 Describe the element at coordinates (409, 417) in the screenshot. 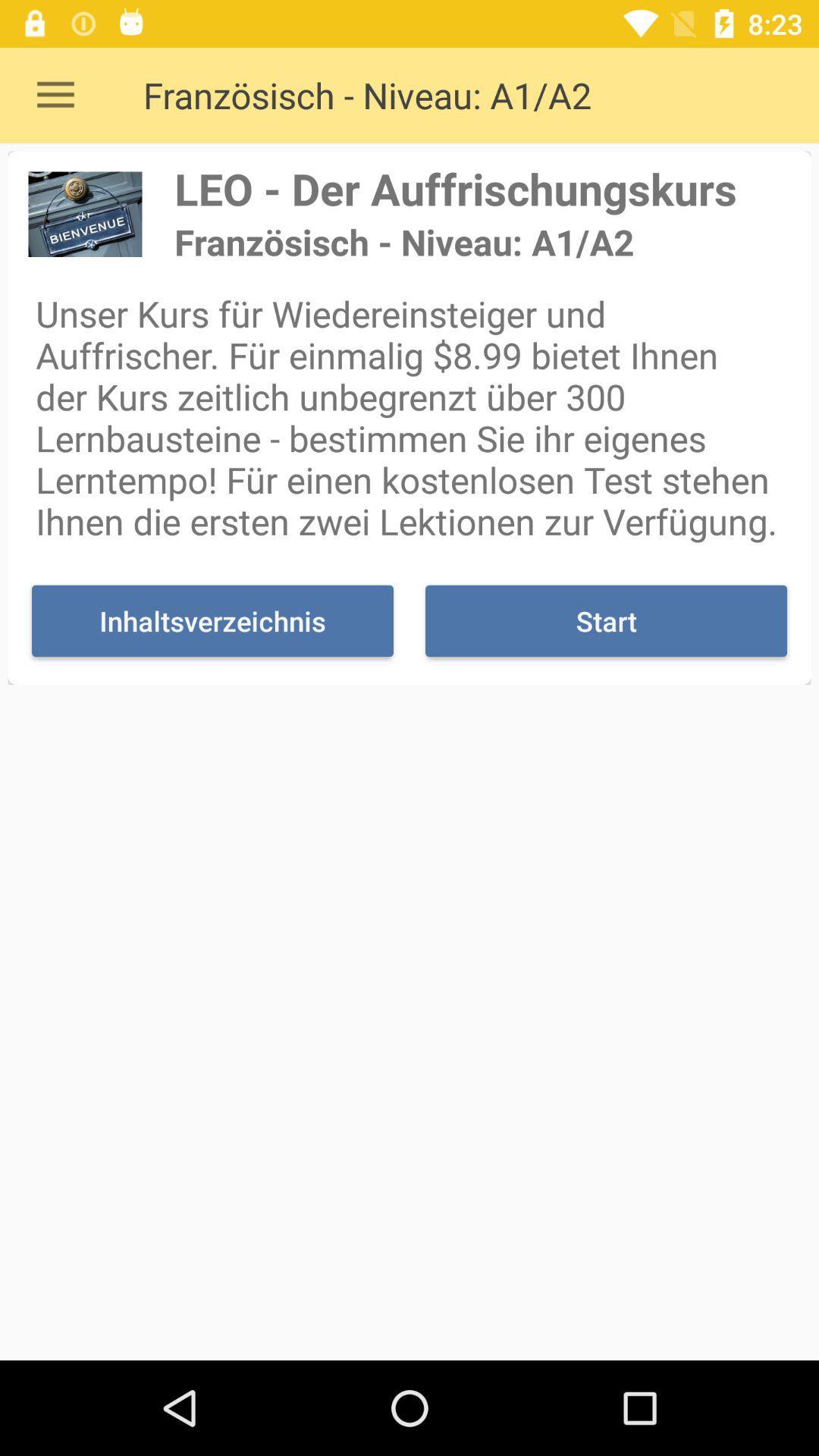

I see `item above the inhaltsverzeichnis` at that location.